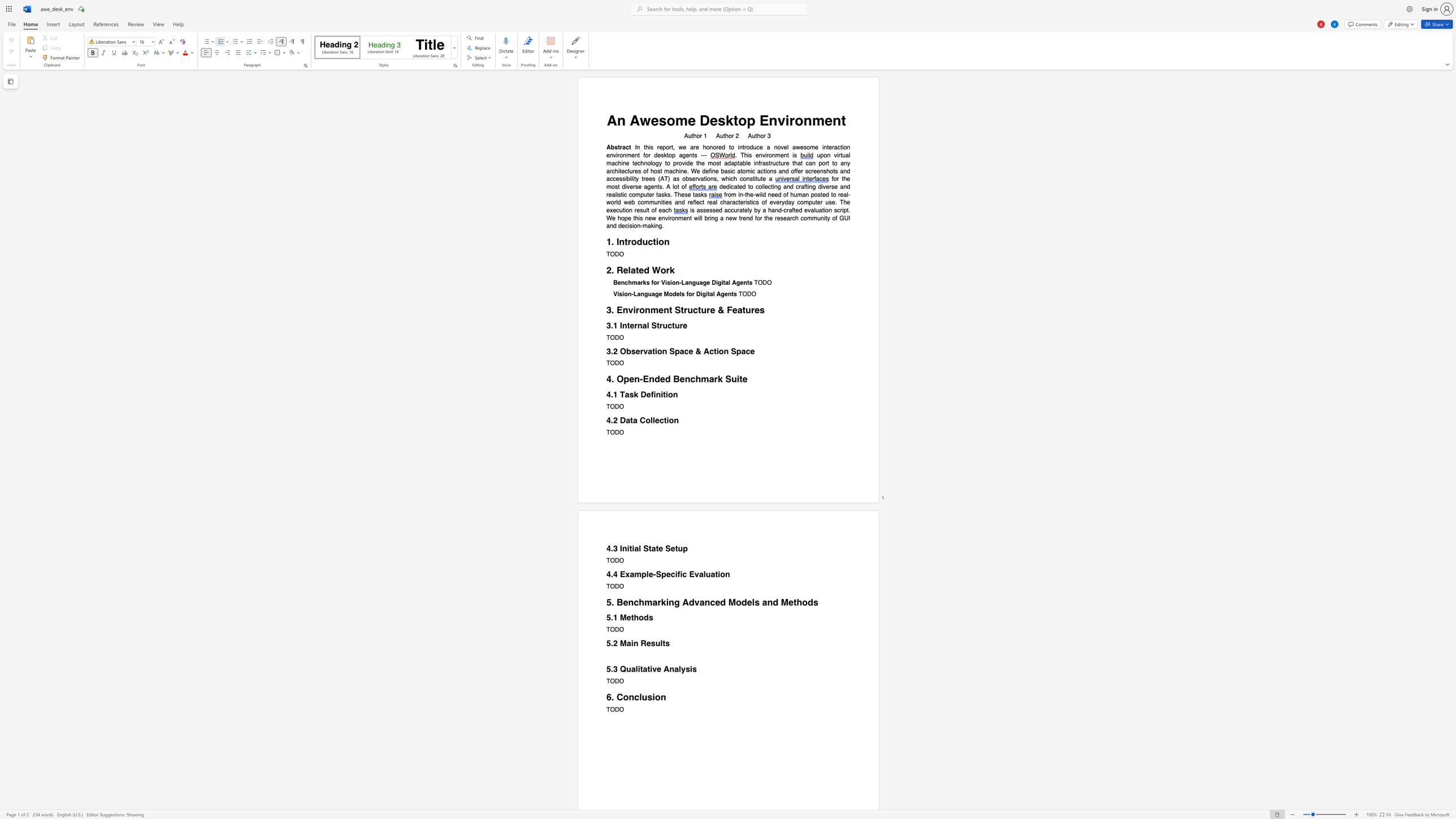 The image size is (1456, 819). Describe the element at coordinates (645, 548) in the screenshot. I see `the 1th character "S" in the text` at that location.